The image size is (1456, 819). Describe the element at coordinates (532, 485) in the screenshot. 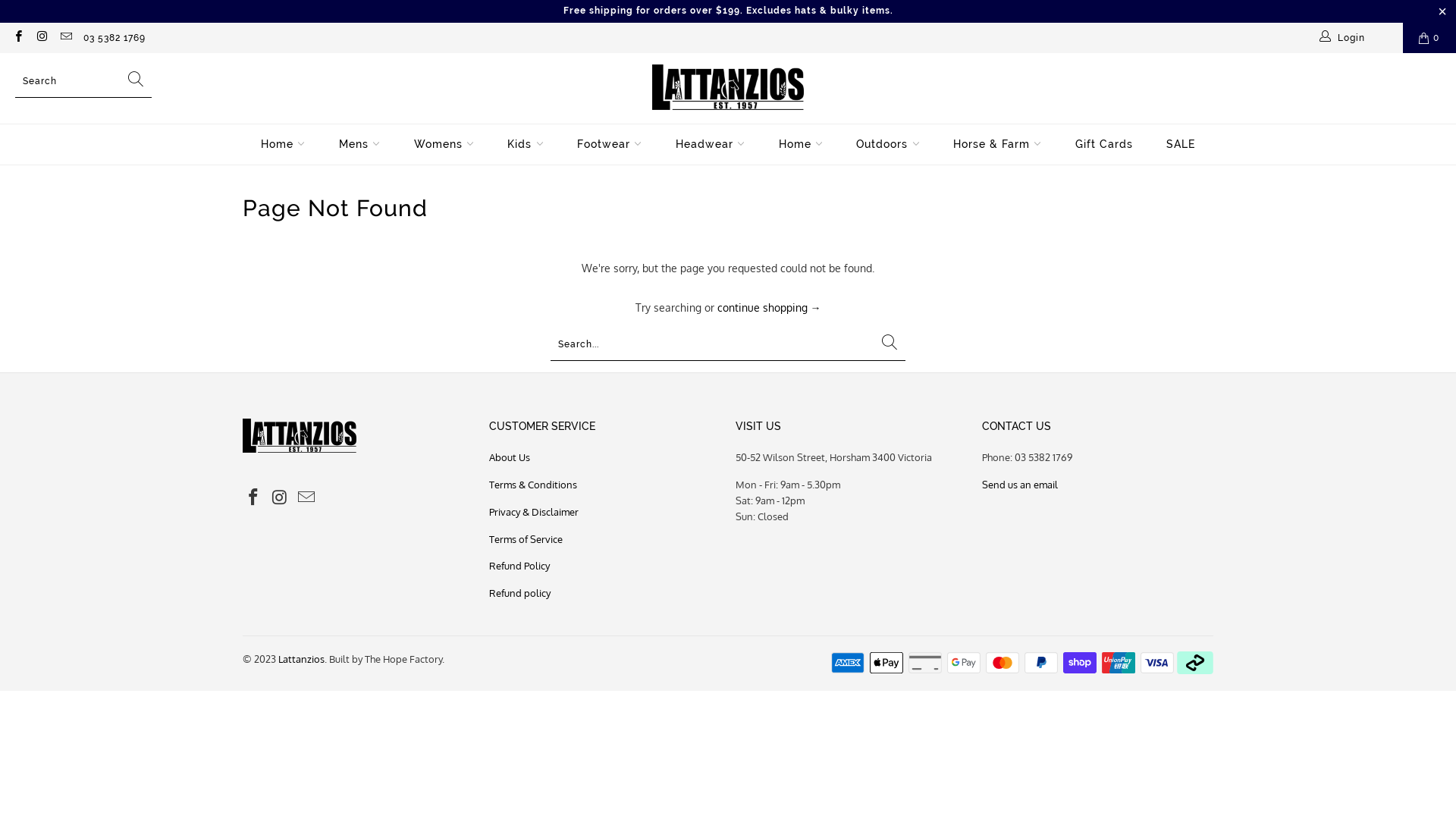

I see `'Terms & Conditions'` at that location.